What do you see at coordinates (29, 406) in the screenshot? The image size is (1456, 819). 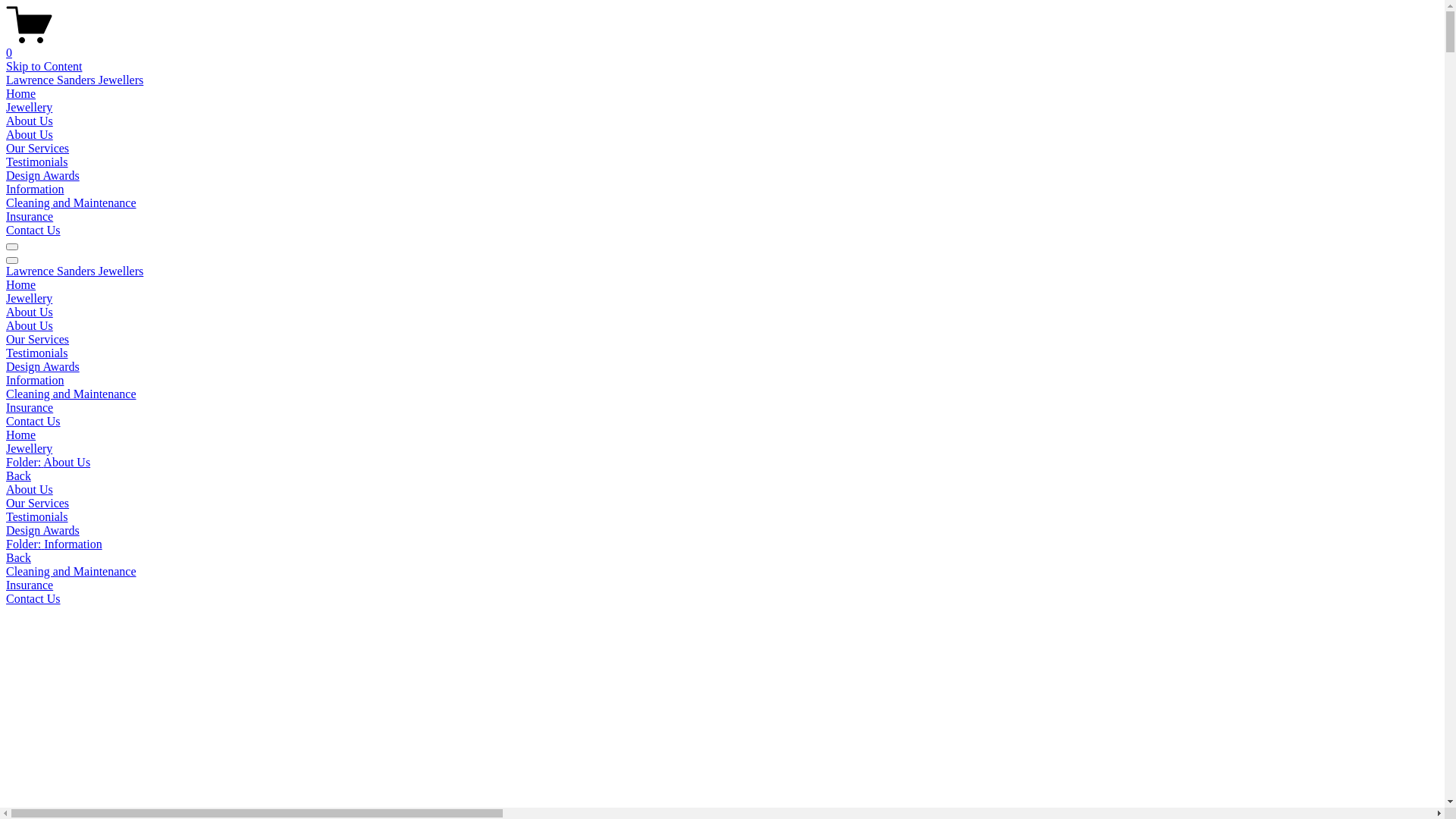 I see `'Insurance'` at bounding box center [29, 406].